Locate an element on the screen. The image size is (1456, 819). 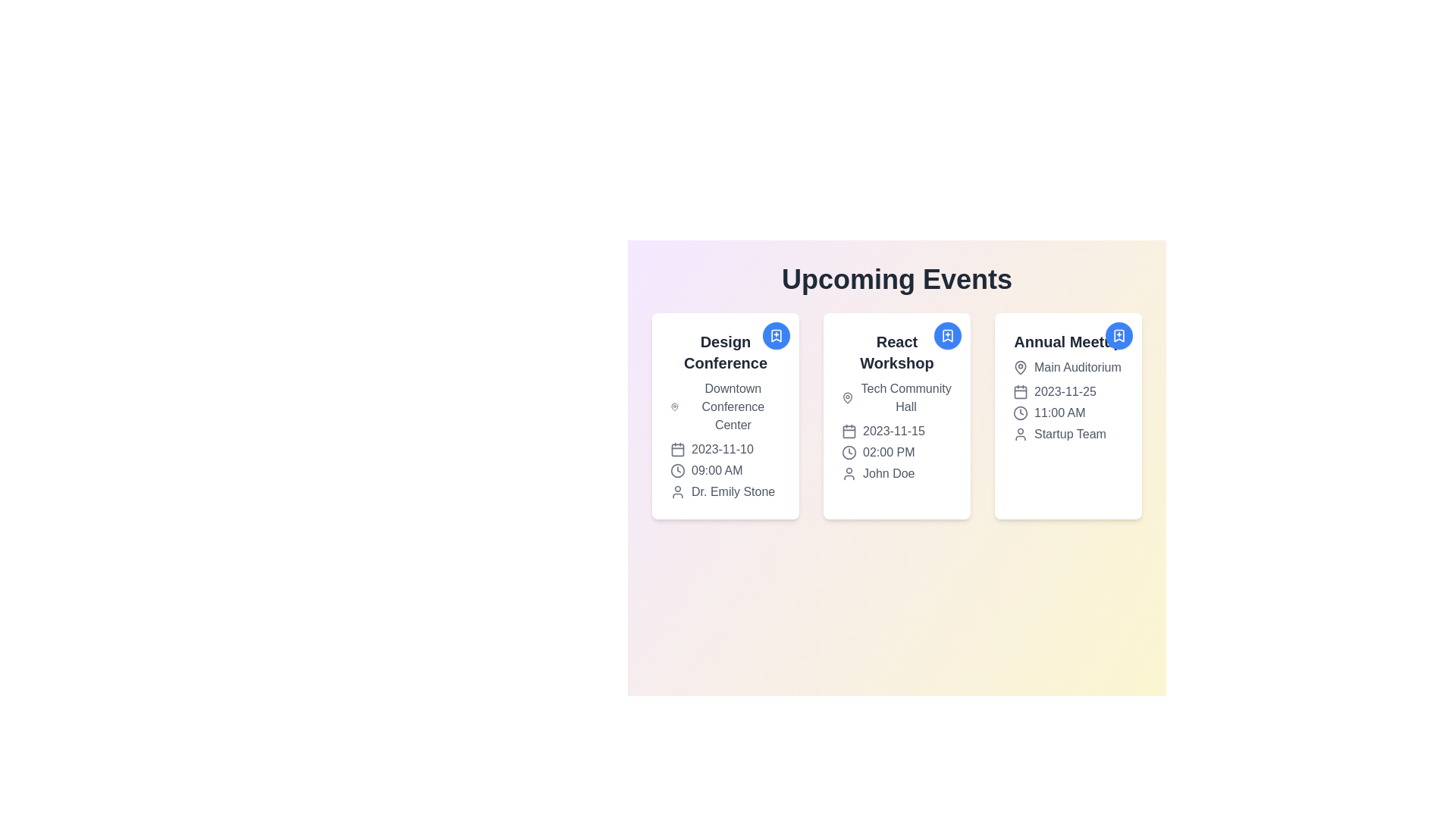
the bookmark button with an embedded SVG icon located at the top-right corner of the second card under 'Upcoming Events' to bookmark the event is located at coordinates (946, 335).